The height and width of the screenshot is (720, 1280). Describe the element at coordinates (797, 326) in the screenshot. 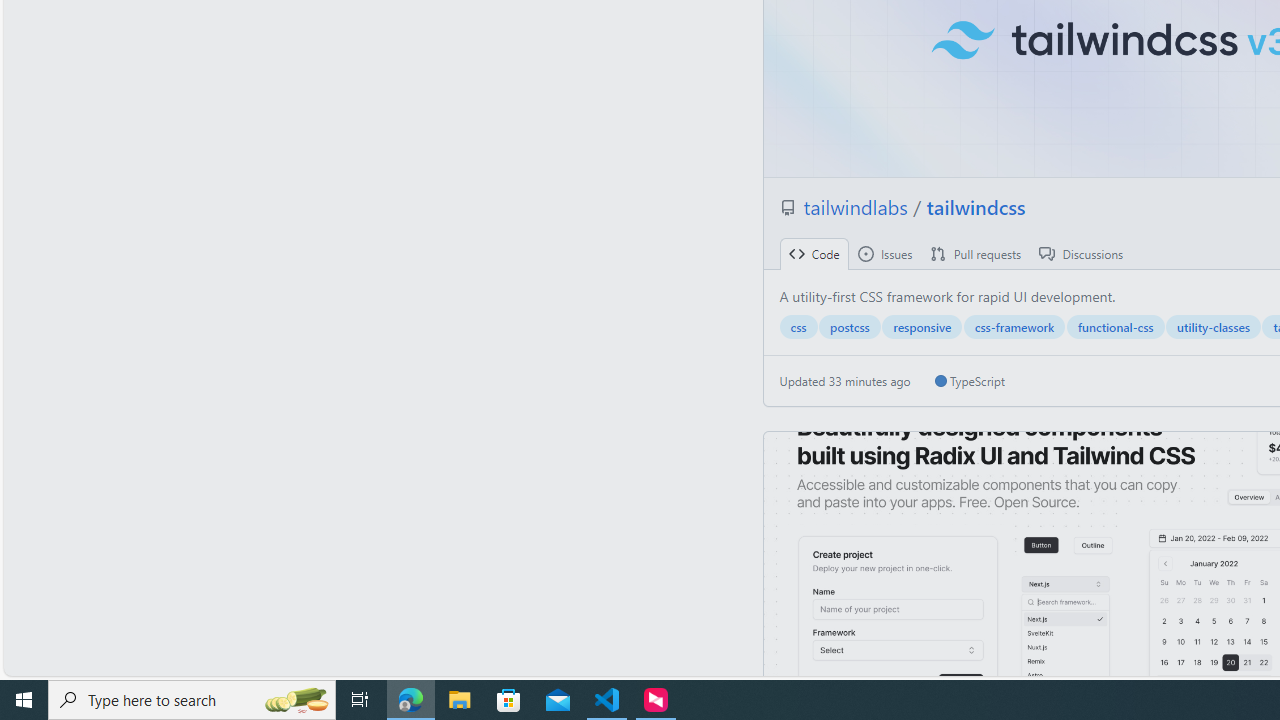

I see `'css'` at that location.